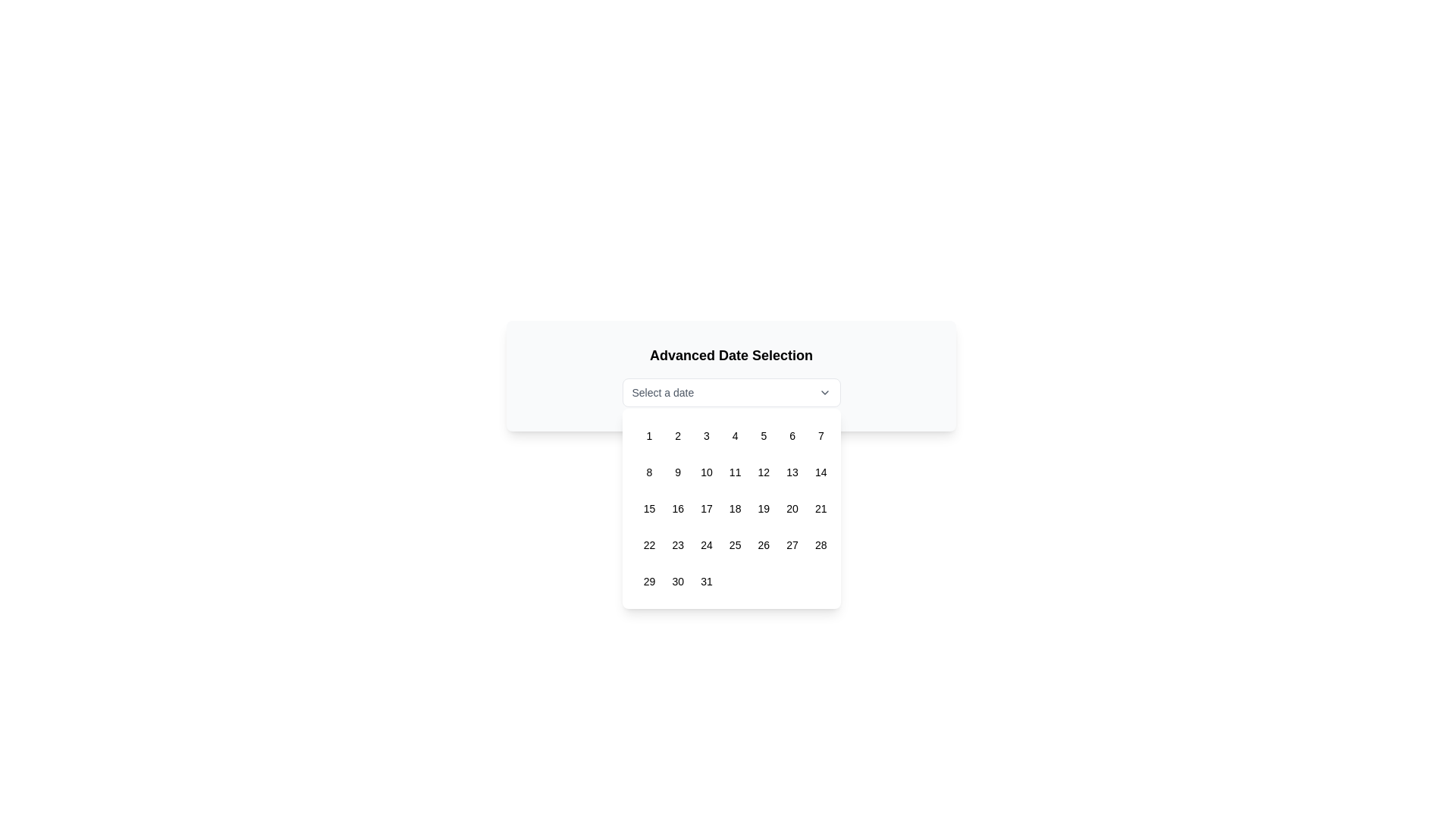 Image resolution: width=1456 pixels, height=819 pixels. What do you see at coordinates (792, 544) in the screenshot?
I see `the button displaying the number '27' in the calendar grid` at bounding box center [792, 544].